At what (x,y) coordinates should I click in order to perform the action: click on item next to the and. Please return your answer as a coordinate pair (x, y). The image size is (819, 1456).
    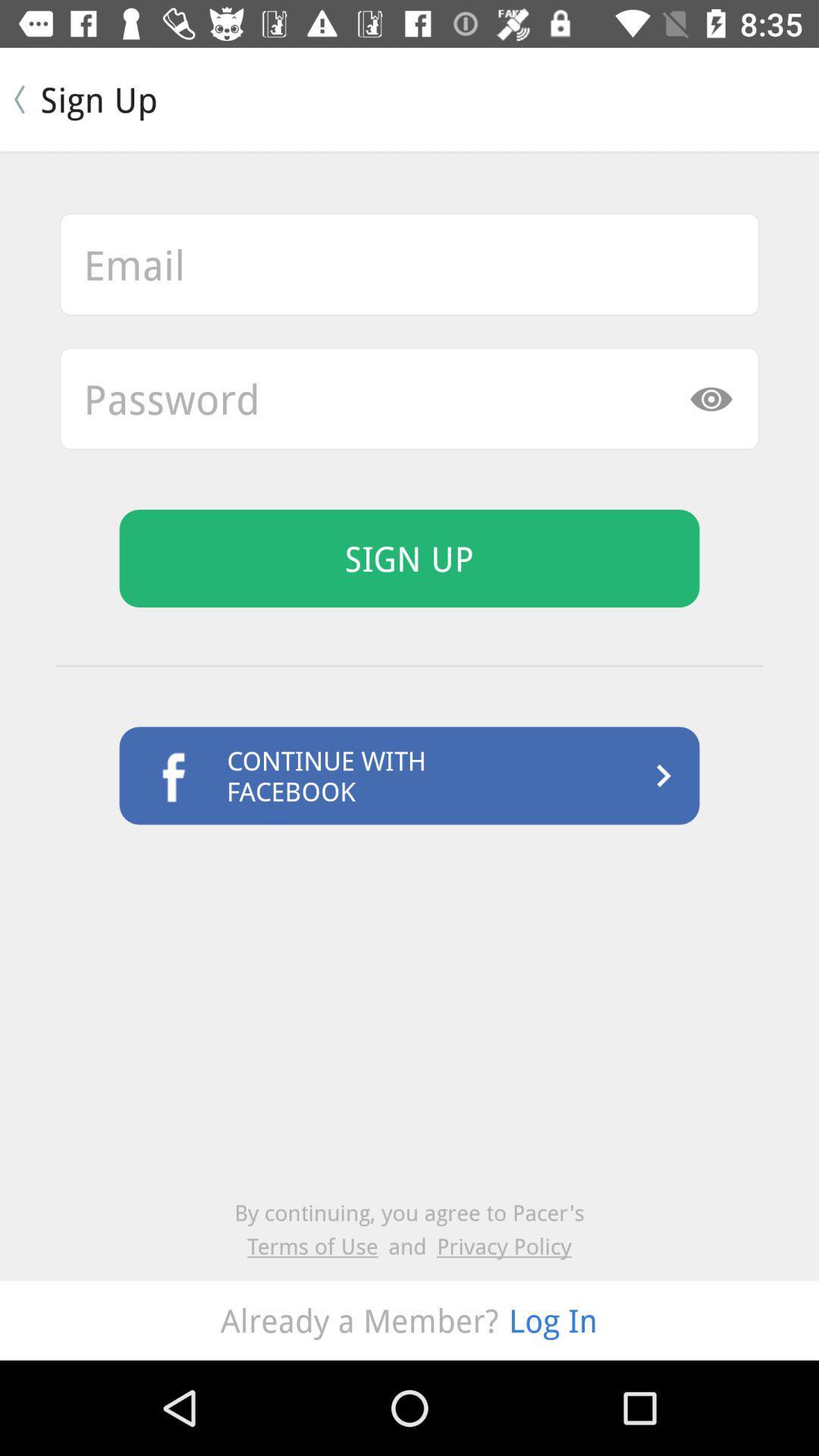
    Looking at the image, I should click on (317, 1246).